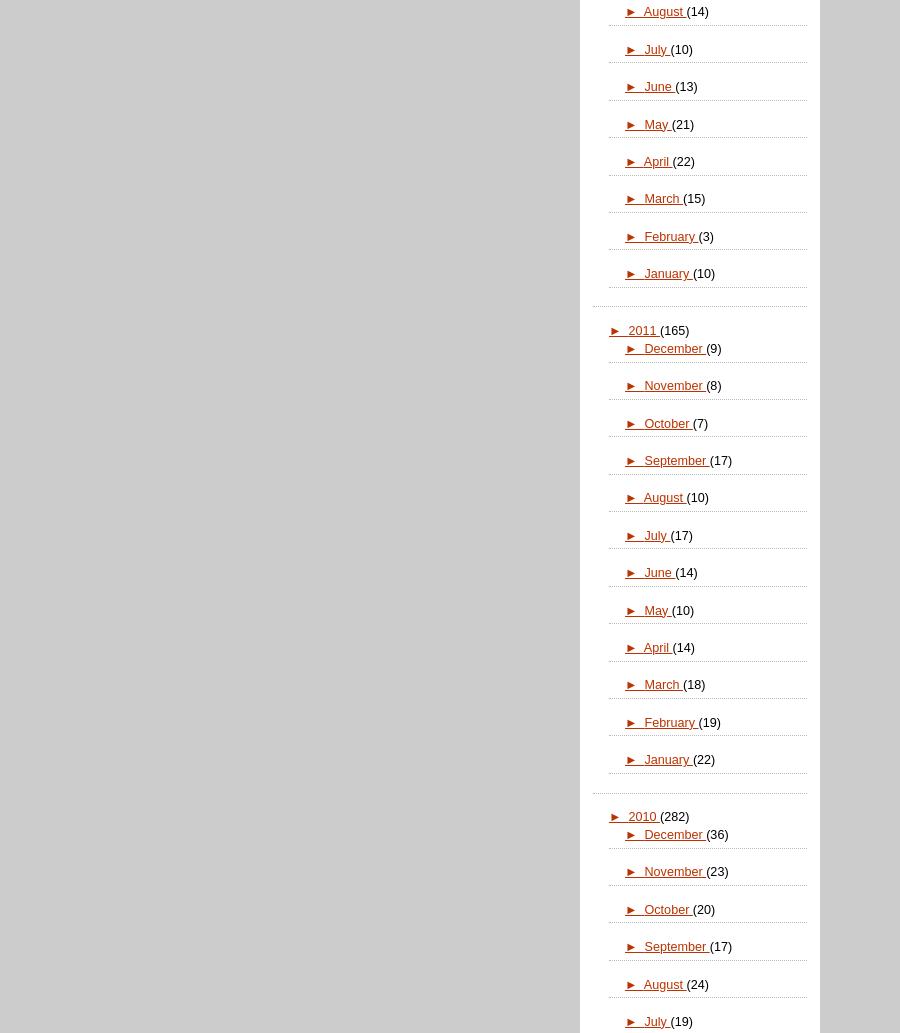 The width and height of the screenshot is (900, 1033). What do you see at coordinates (702, 908) in the screenshot?
I see `'(20)'` at bounding box center [702, 908].